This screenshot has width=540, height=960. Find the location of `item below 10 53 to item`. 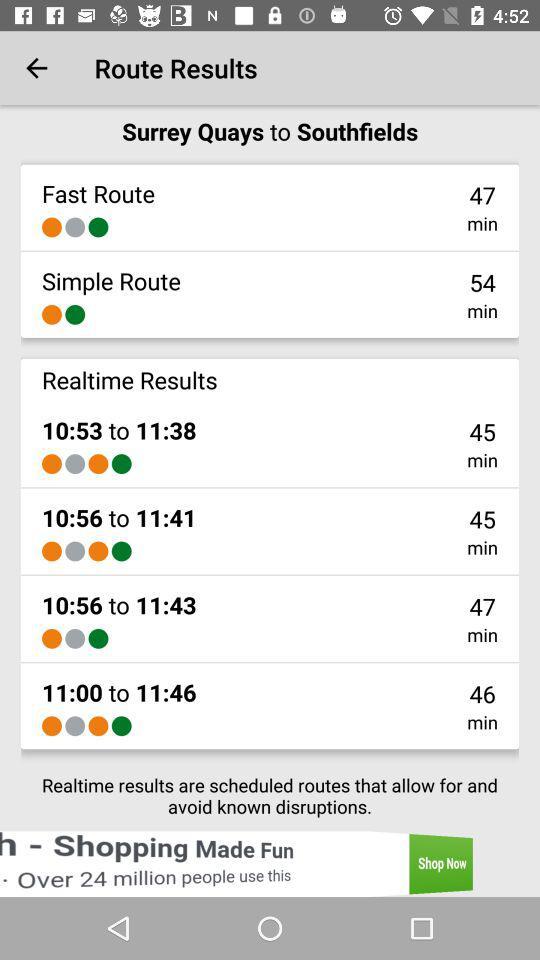

item below 10 53 to item is located at coordinates (74, 464).